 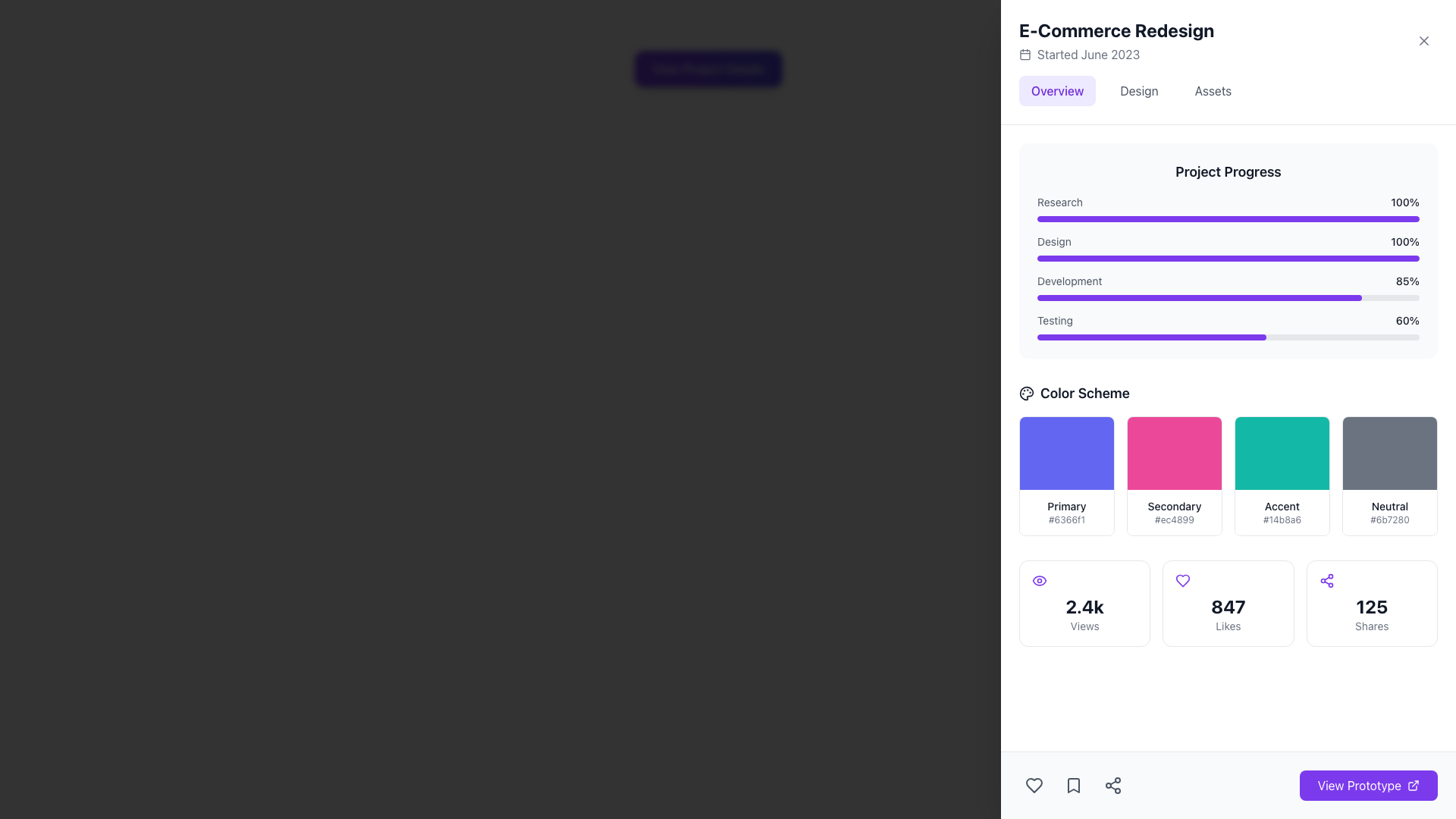 I want to click on text content displayed in the Text label under the 'Accent' color in the 'Color Scheme' section, which shows the hexadecimal value for the color, so click(x=1281, y=519).